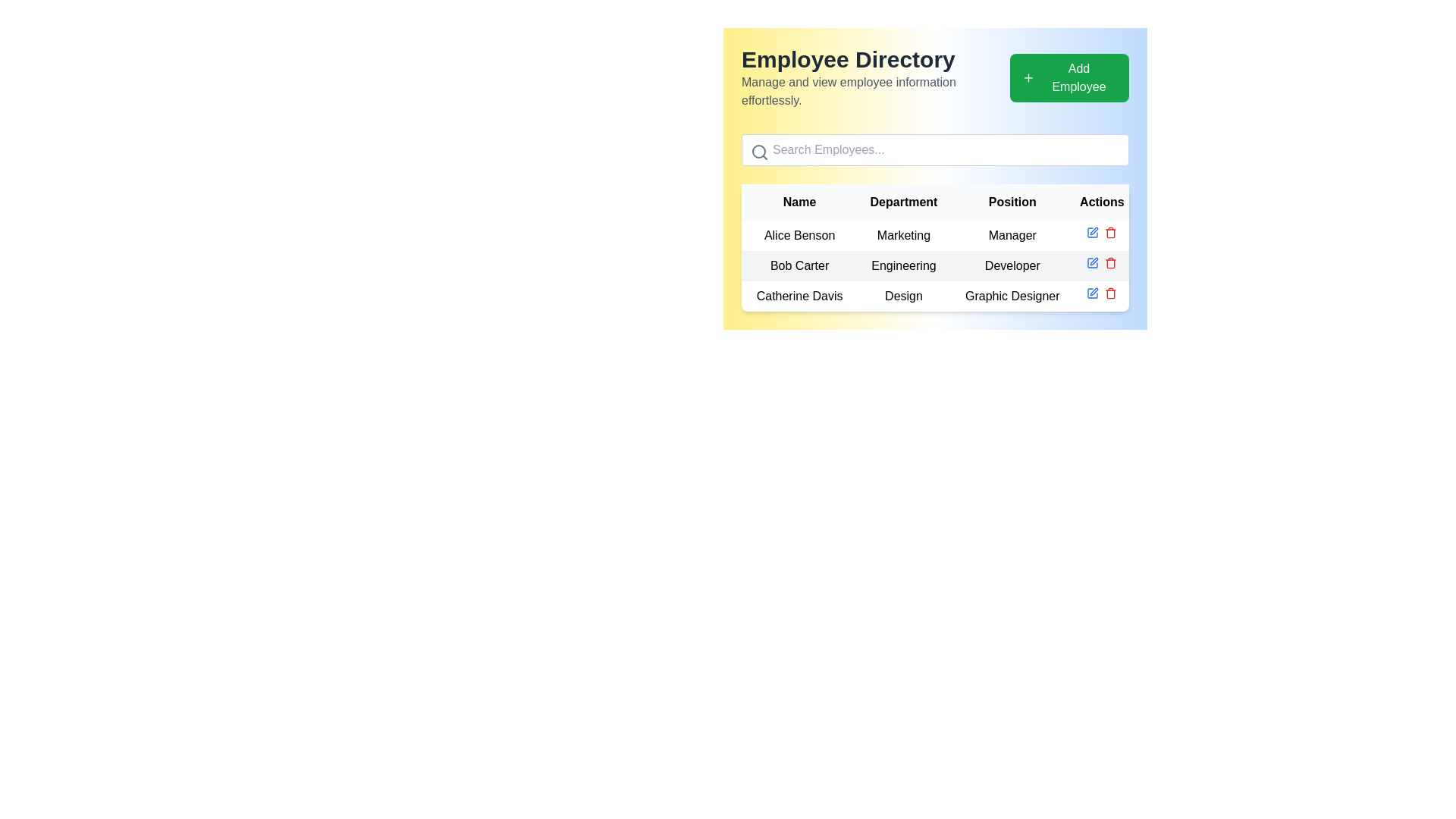 Image resolution: width=1456 pixels, height=819 pixels. I want to click on text content of the table row presenting employee information, located in the second row of the table, so click(934, 265).